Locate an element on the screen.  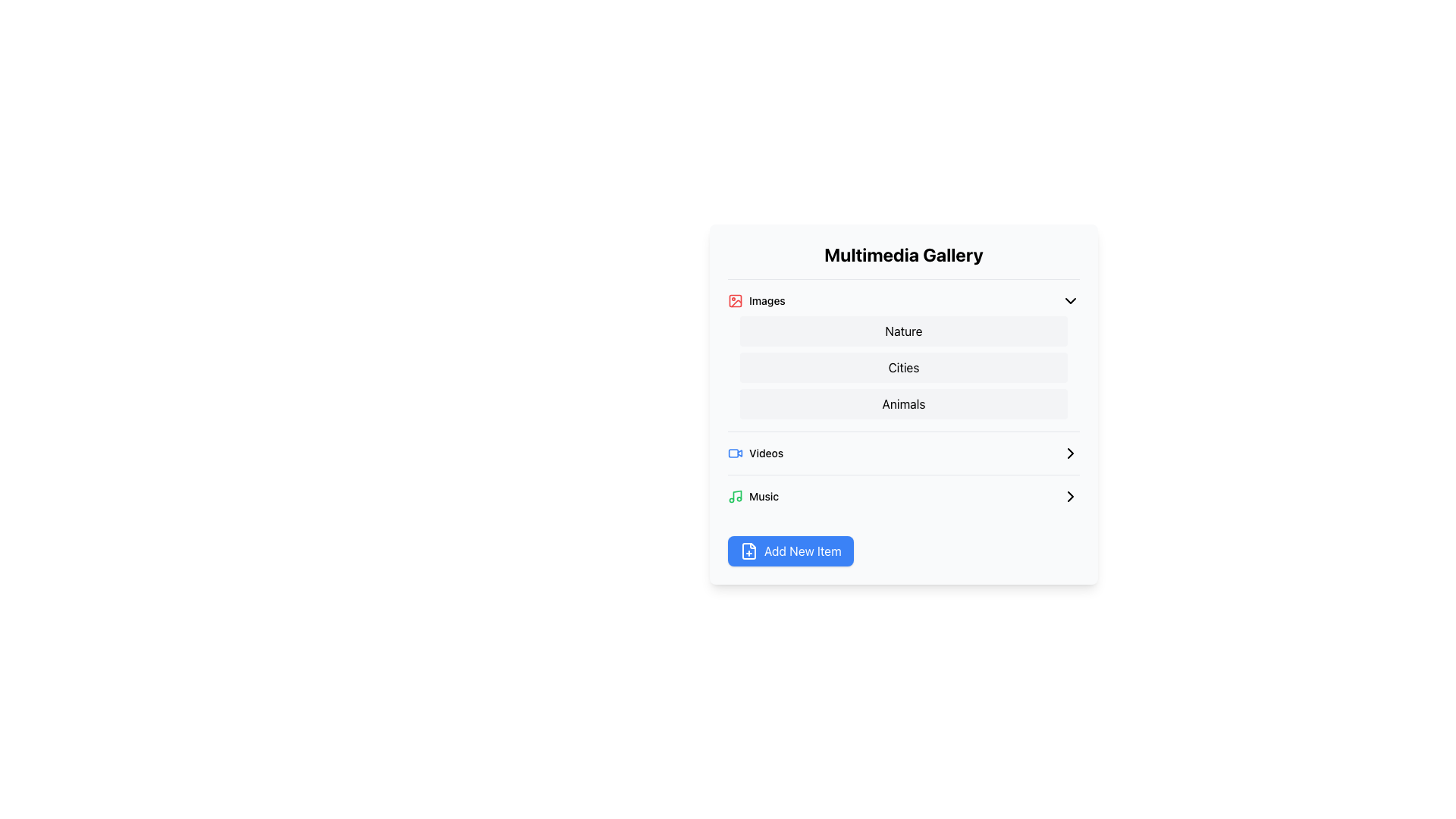
the category rows in the 'Multimedia Gallery' panel is located at coordinates (903, 403).